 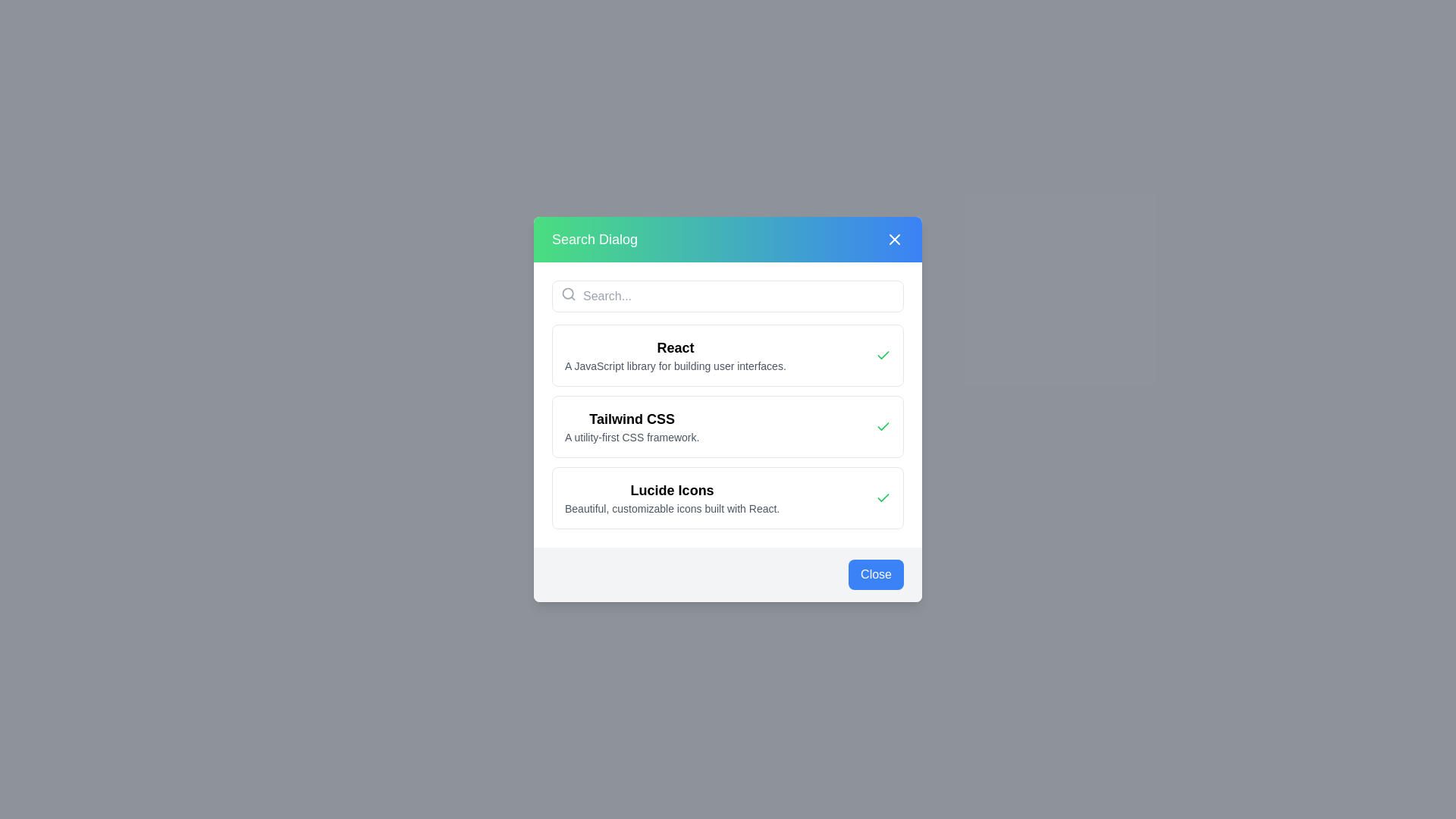 What do you see at coordinates (728, 497) in the screenshot?
I see `the third list item titled 'Lucide Icons', which has a white background, bold text, and a green checkmark icon` at bounding box center [728, 497].